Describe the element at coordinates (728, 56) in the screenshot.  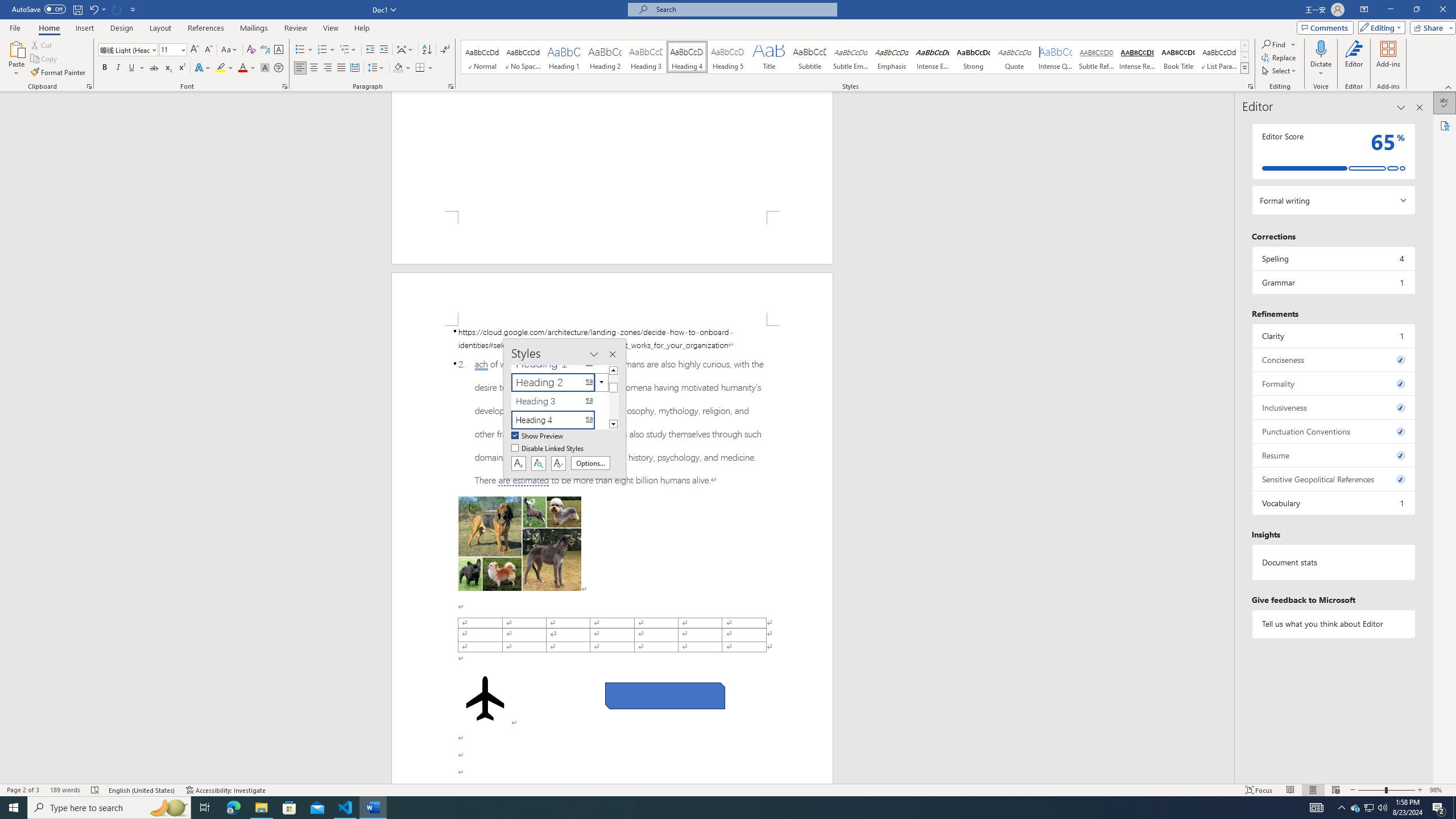
I see `'Heading 5'` at that location.